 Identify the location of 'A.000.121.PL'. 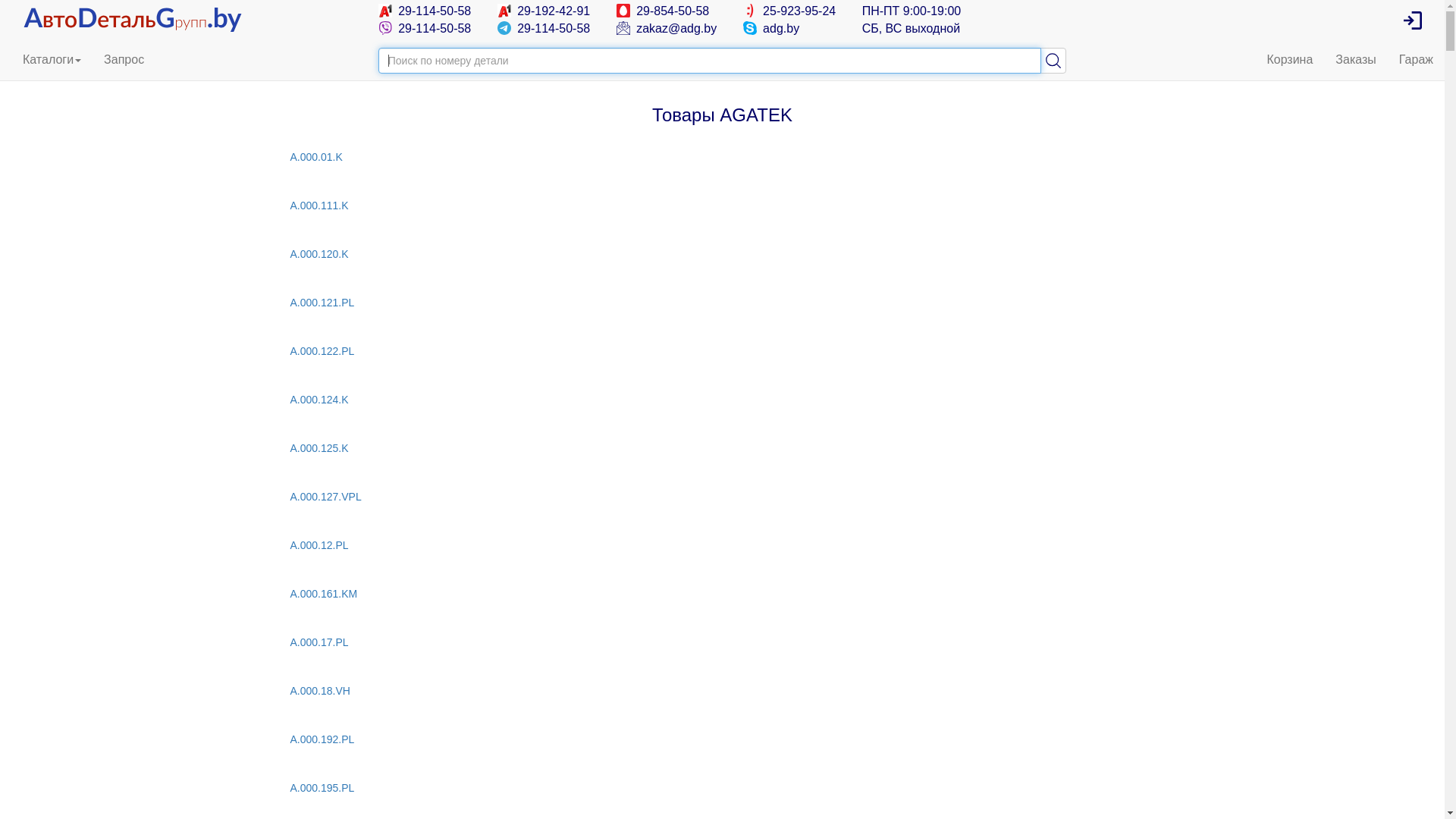
(290, 302).